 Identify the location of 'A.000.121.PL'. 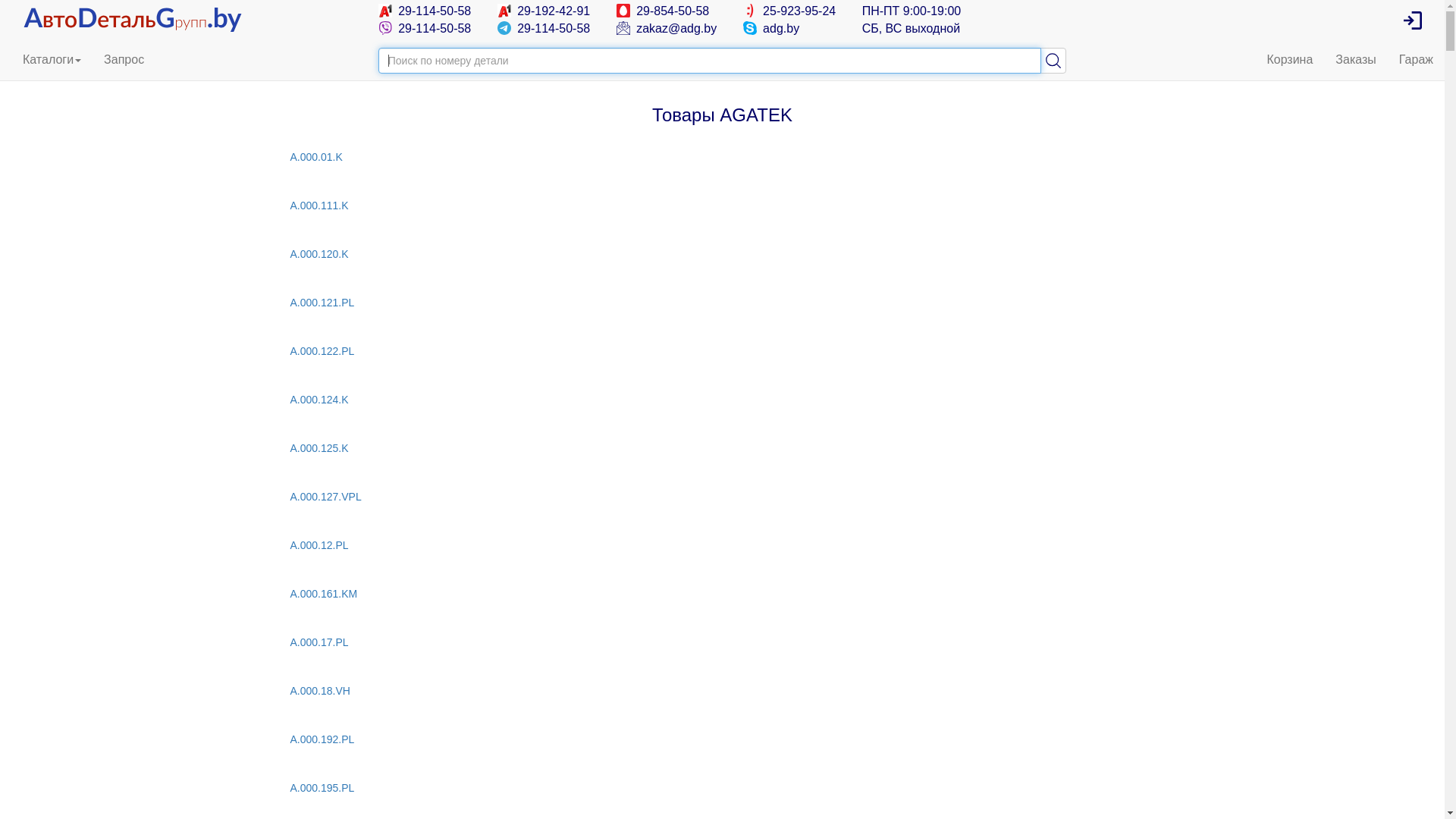
(290, 302).